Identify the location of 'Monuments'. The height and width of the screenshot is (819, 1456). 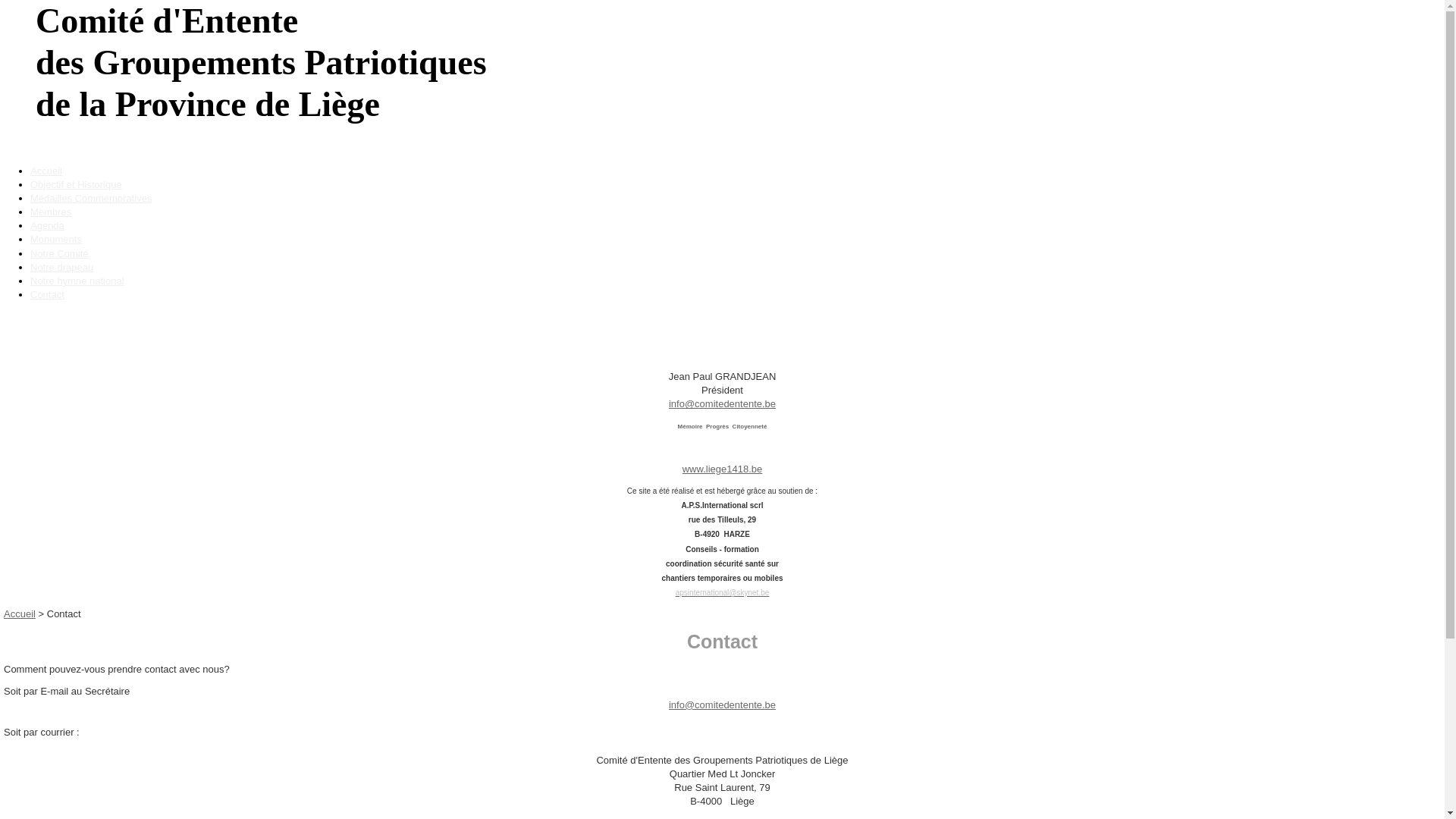
(55, 239).